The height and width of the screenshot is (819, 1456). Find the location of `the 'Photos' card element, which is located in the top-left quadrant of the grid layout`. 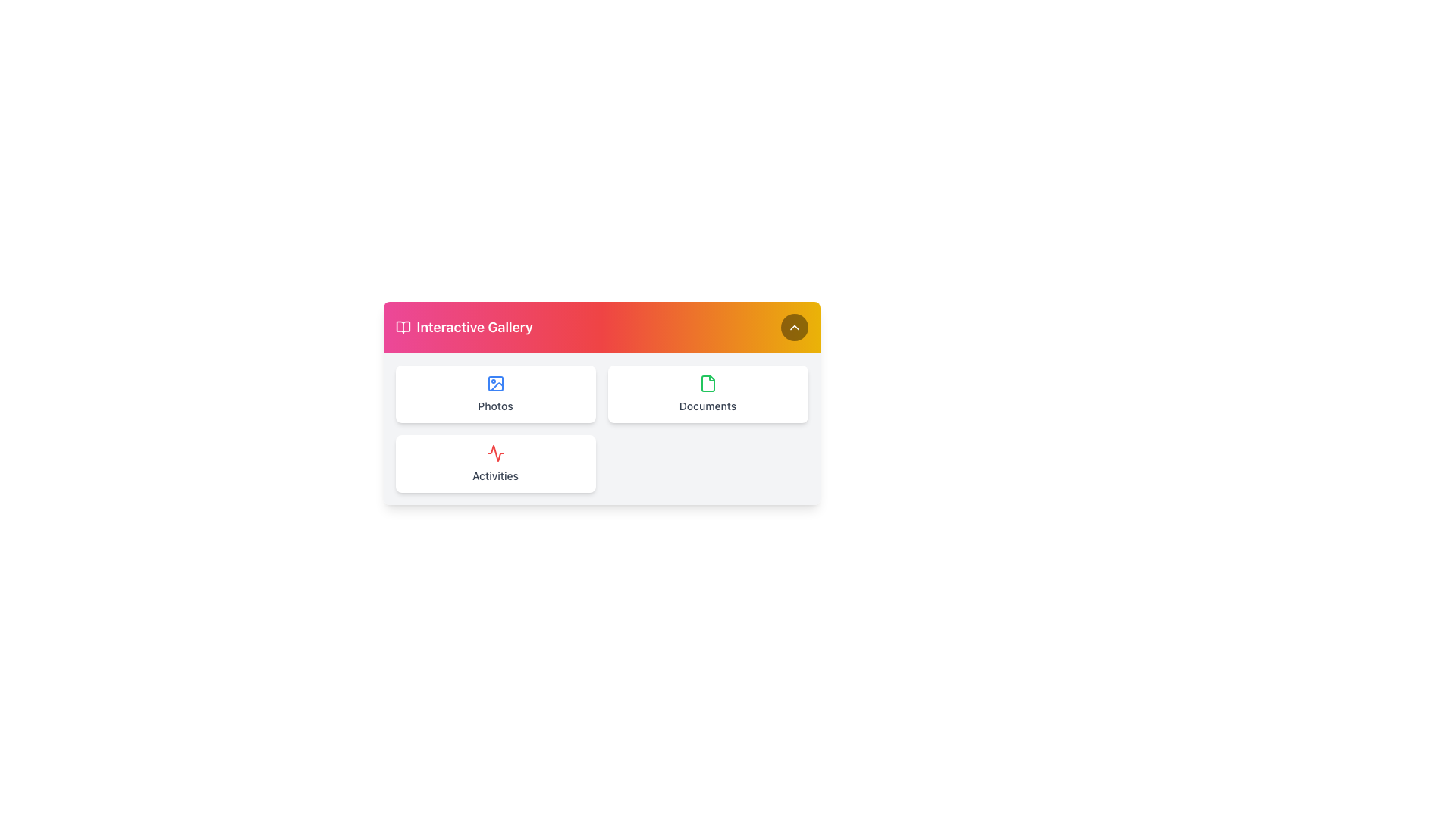

the 'Photos' card element, which is located in the top-left quadrant of the grid layout is located at coordinates (495, 394).